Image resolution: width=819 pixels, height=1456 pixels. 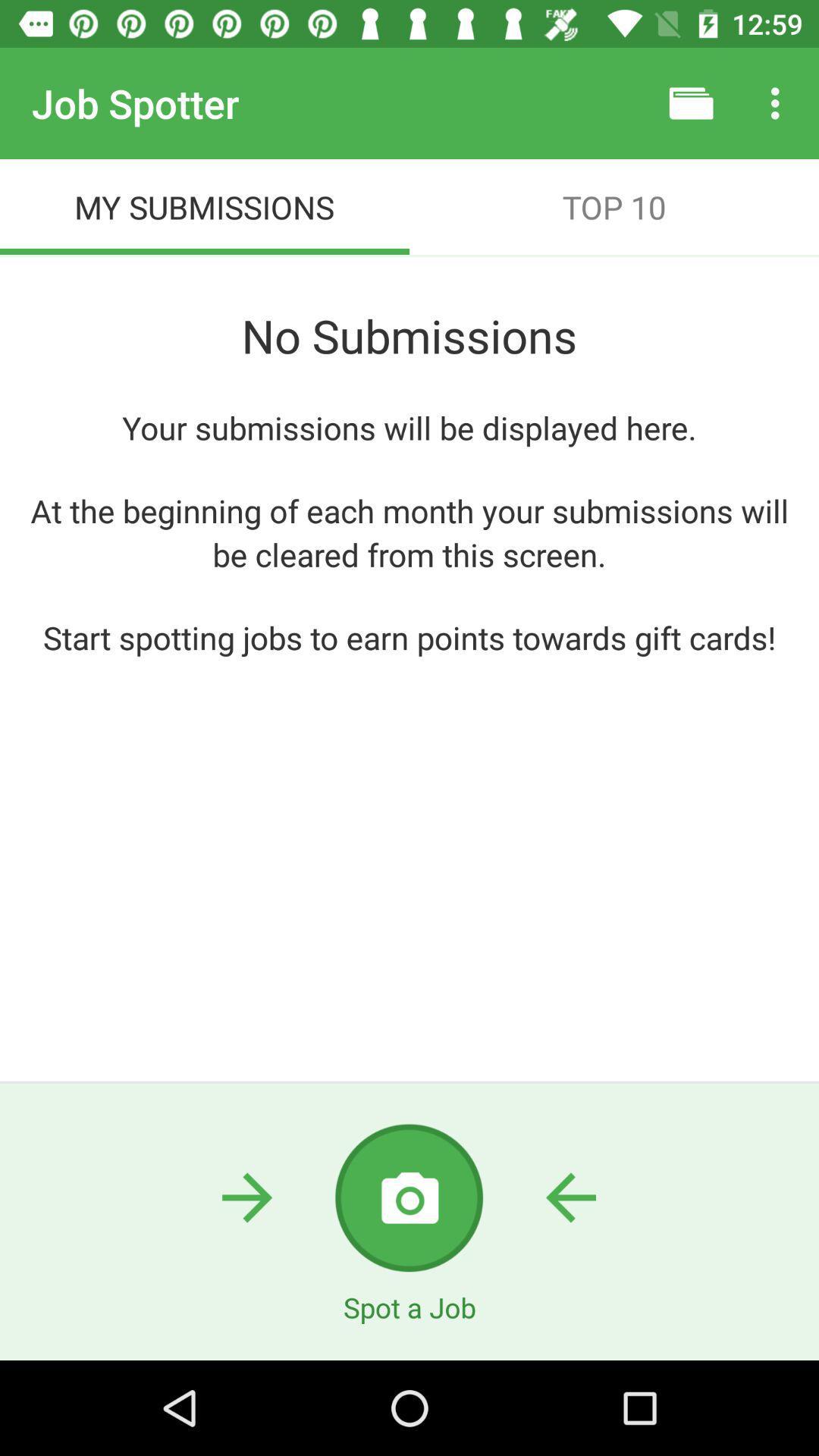 What do you see at coordinates (691, 102) in the screenshot?
I see `the item above the top 10 icon` at bounding box center [691, 102].